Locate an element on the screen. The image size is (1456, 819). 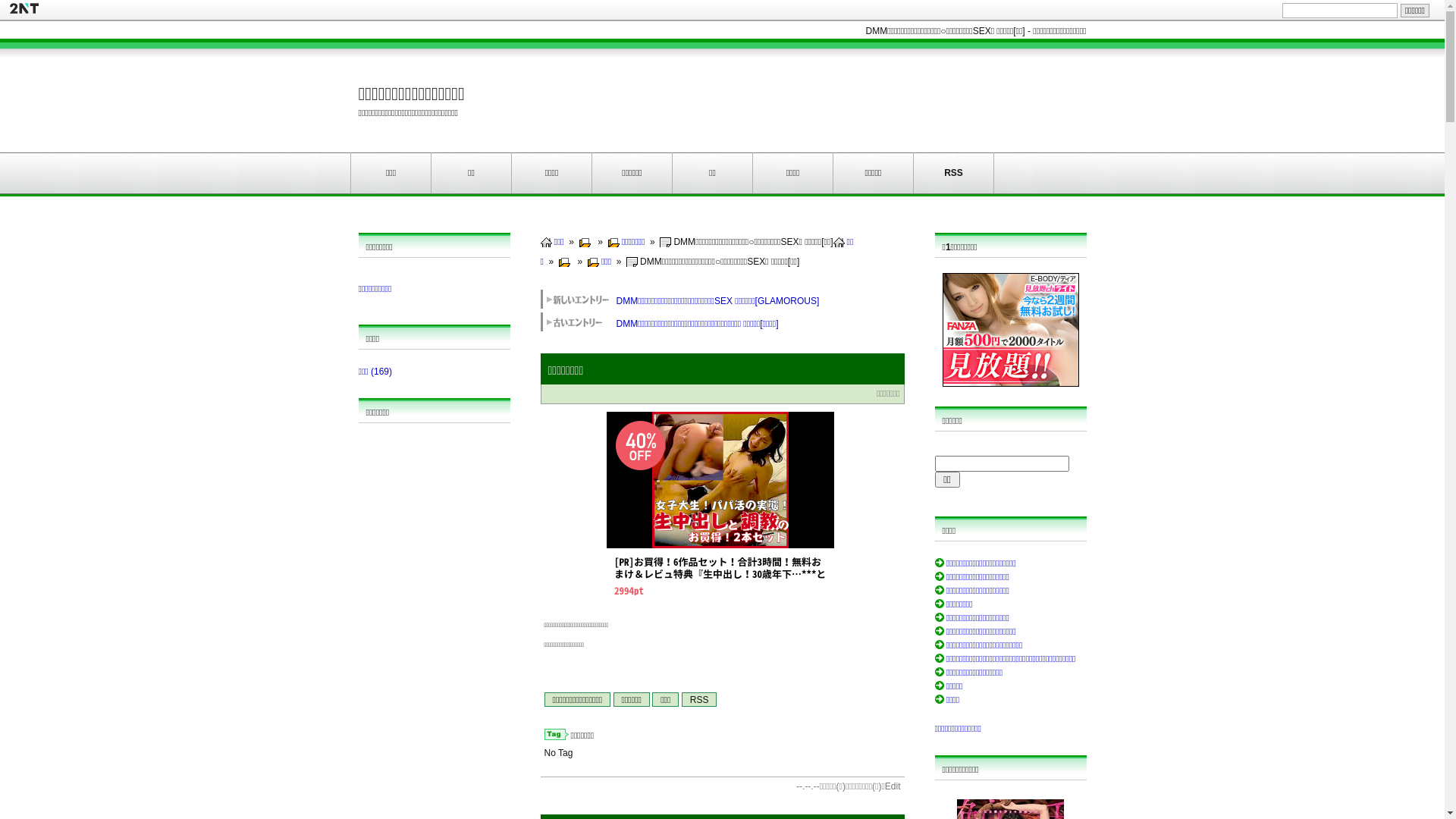
'RSS' is located at coordinates (952, 171).